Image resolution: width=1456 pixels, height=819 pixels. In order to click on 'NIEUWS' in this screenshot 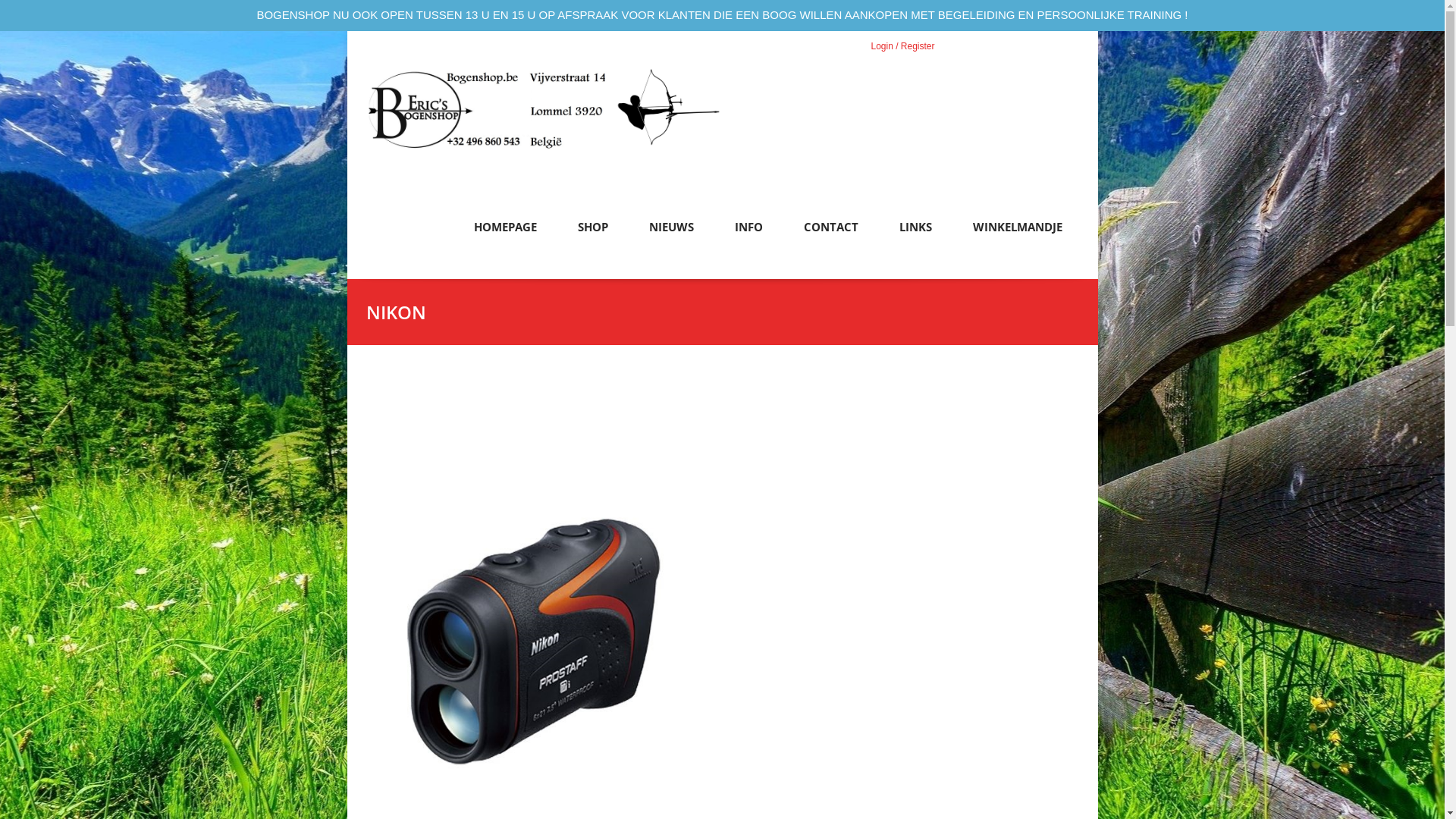, I will do `click(670, 234)`.